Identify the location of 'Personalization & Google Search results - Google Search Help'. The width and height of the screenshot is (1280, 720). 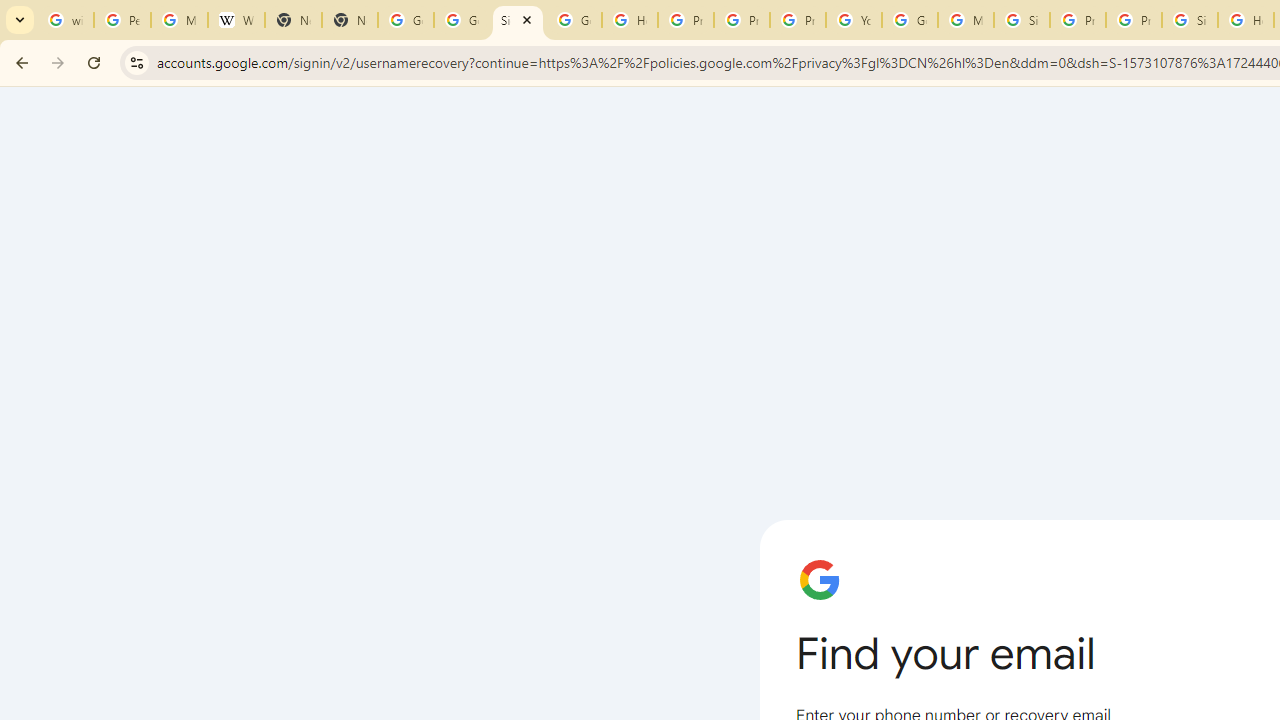
(121, 20).